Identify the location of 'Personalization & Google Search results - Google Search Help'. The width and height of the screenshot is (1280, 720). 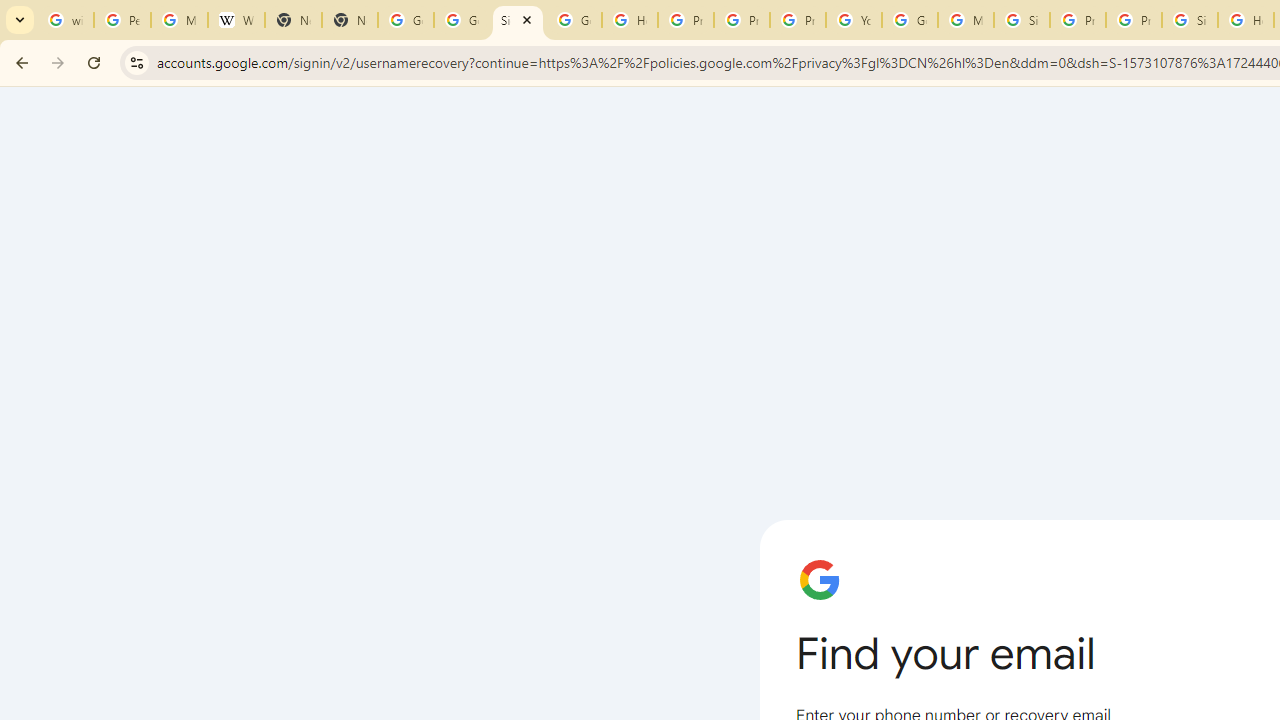
(121, 20).